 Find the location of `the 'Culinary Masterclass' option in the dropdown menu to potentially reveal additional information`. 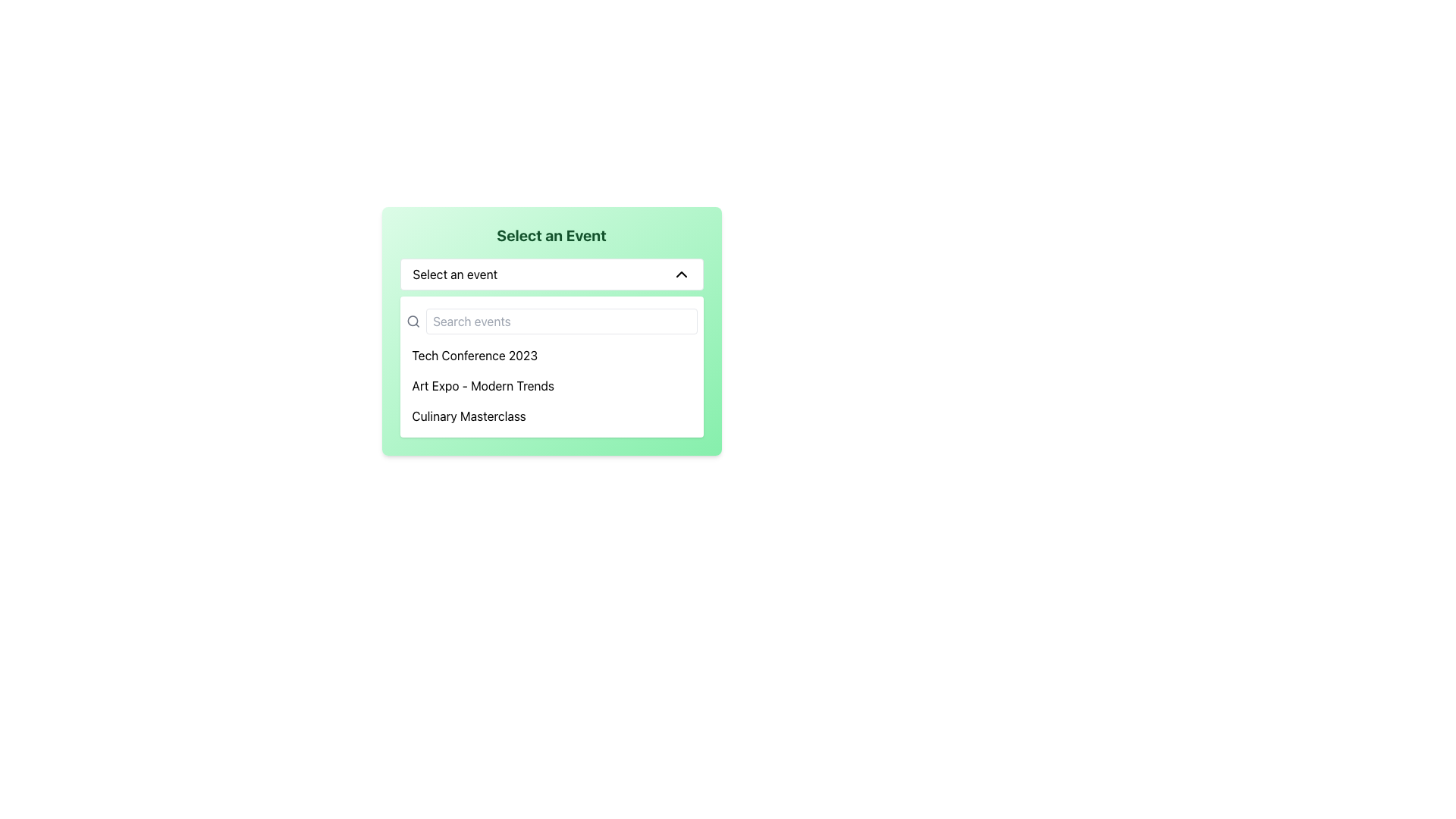

the 'Culinary Masterclass' option in the dropdown menu to potentially reveal additional information is located at coordinates (468, 416).